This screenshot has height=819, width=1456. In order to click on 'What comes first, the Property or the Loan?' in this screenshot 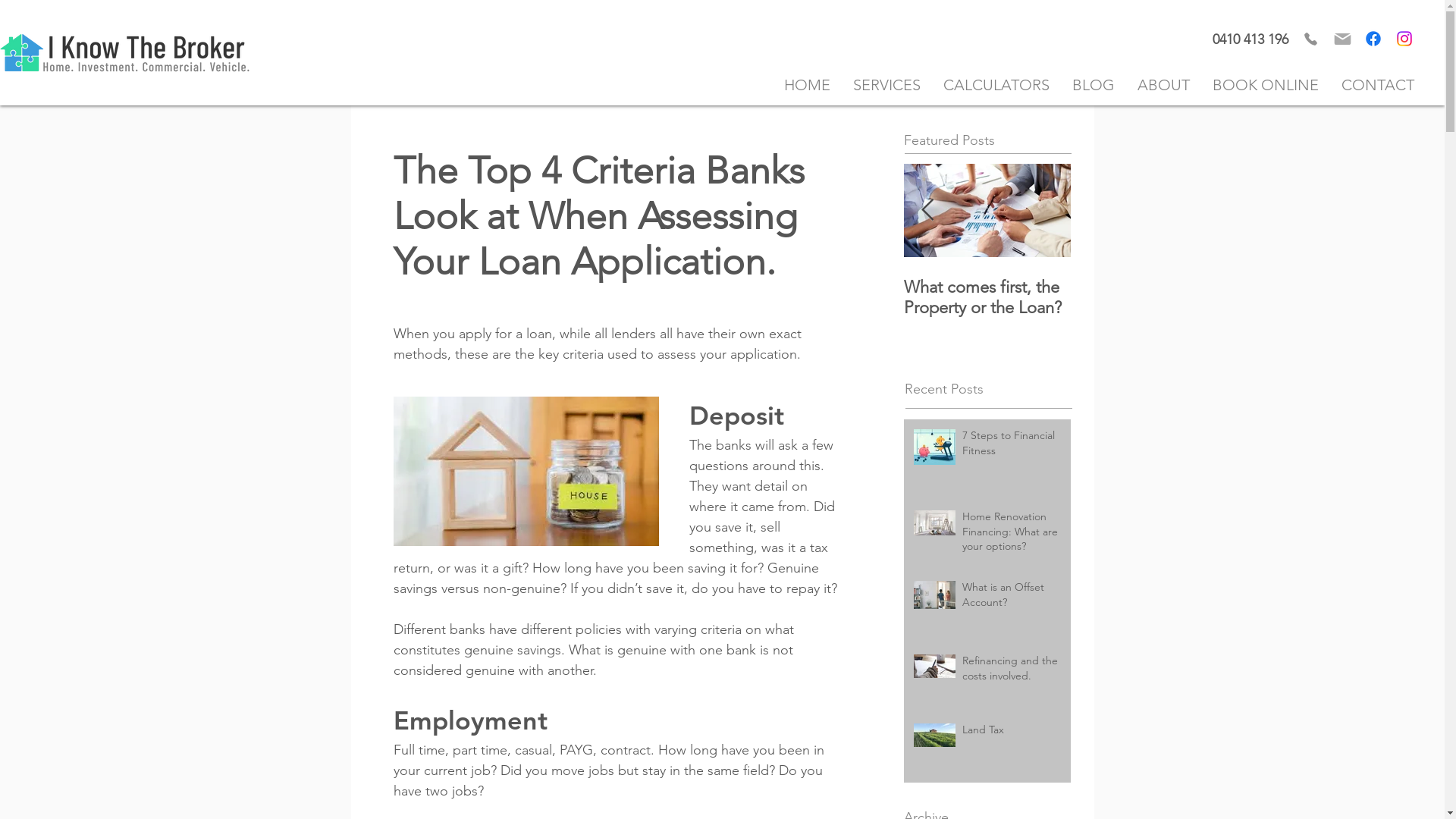, I will do `click(987, 297)`.